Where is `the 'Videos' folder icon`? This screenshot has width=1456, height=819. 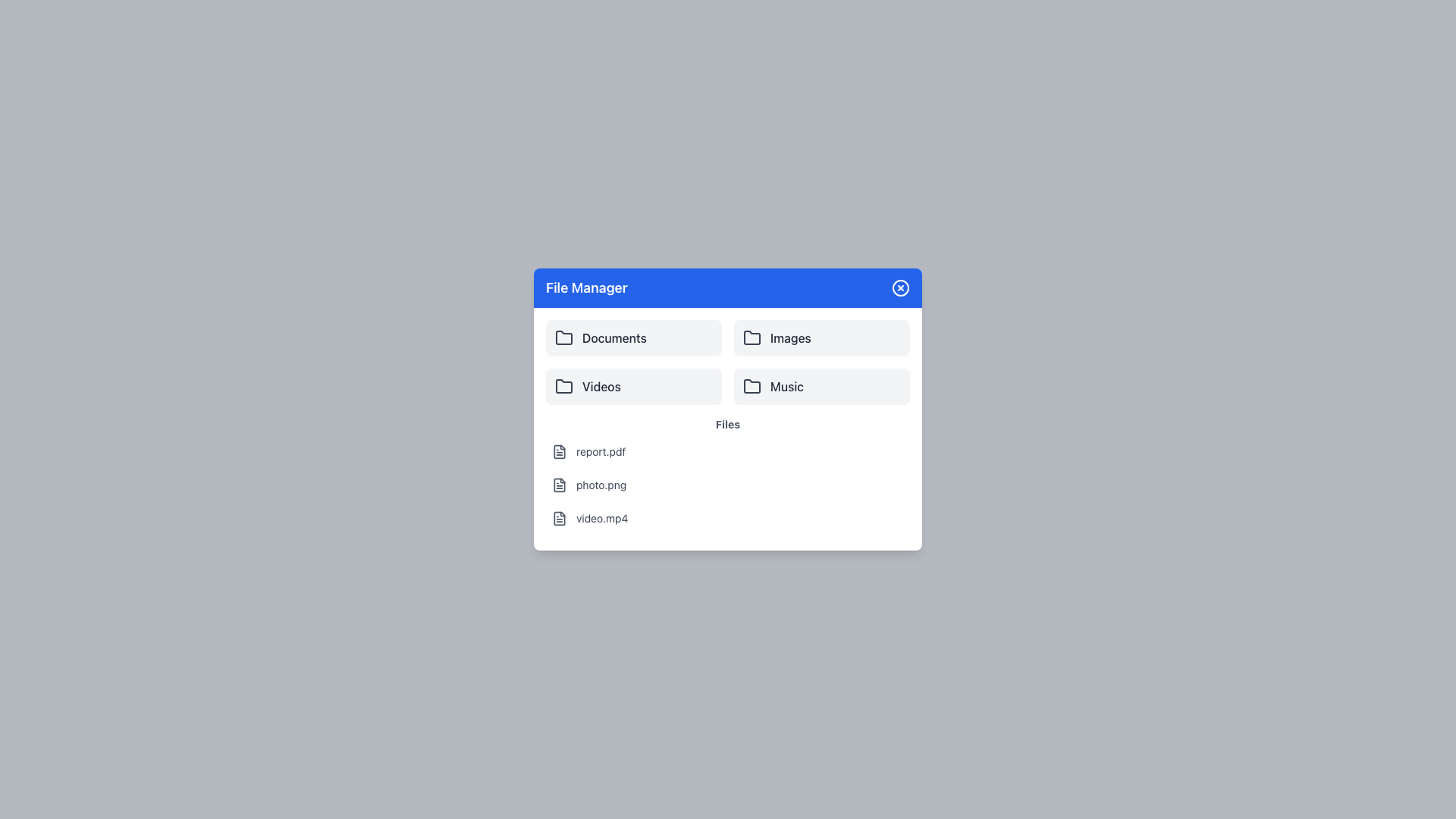
the 'Videos' folder icon is located at coordinates (563, 385).